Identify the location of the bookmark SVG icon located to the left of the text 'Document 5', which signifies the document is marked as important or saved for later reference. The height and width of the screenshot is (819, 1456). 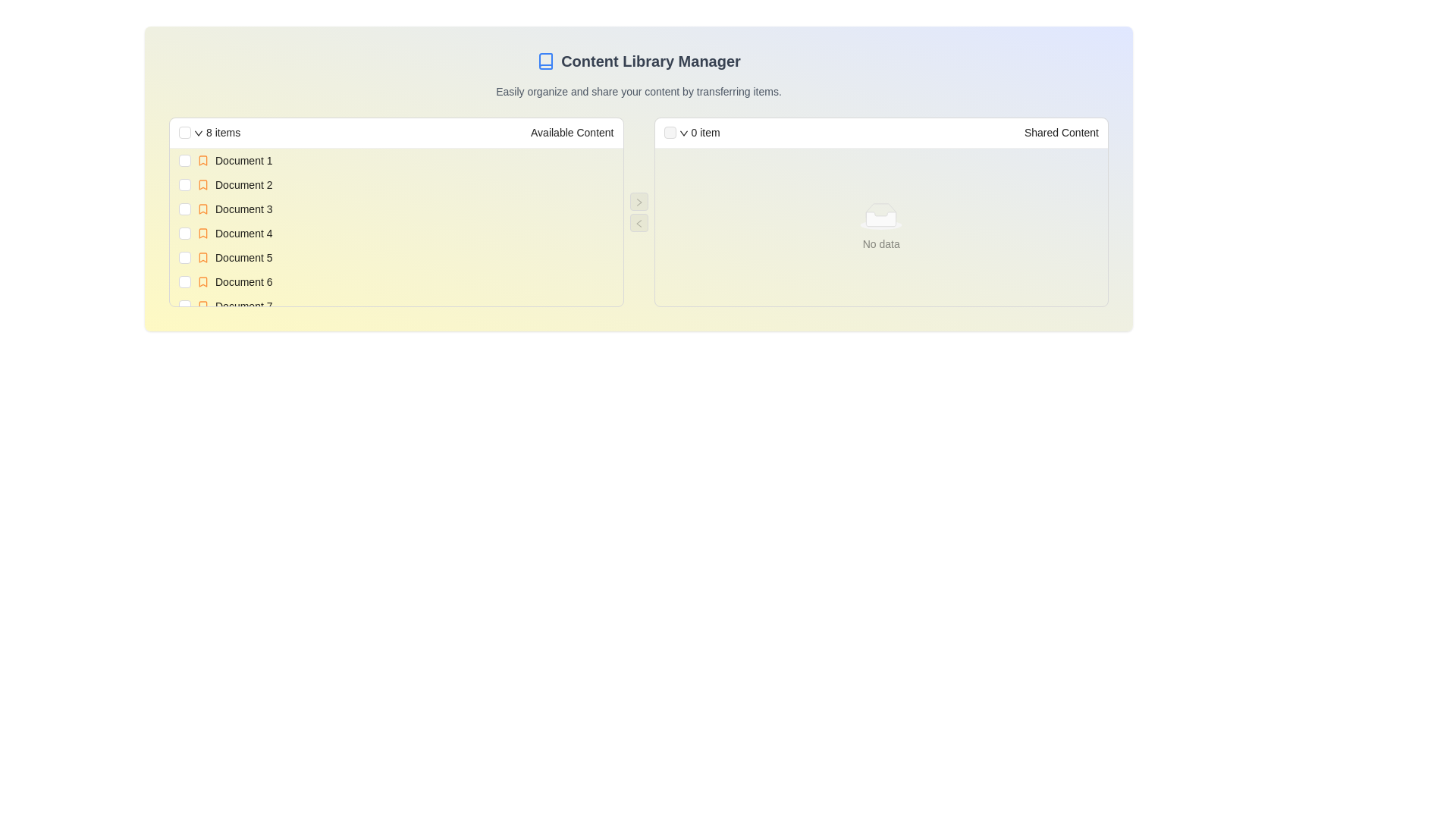
(202, 256).